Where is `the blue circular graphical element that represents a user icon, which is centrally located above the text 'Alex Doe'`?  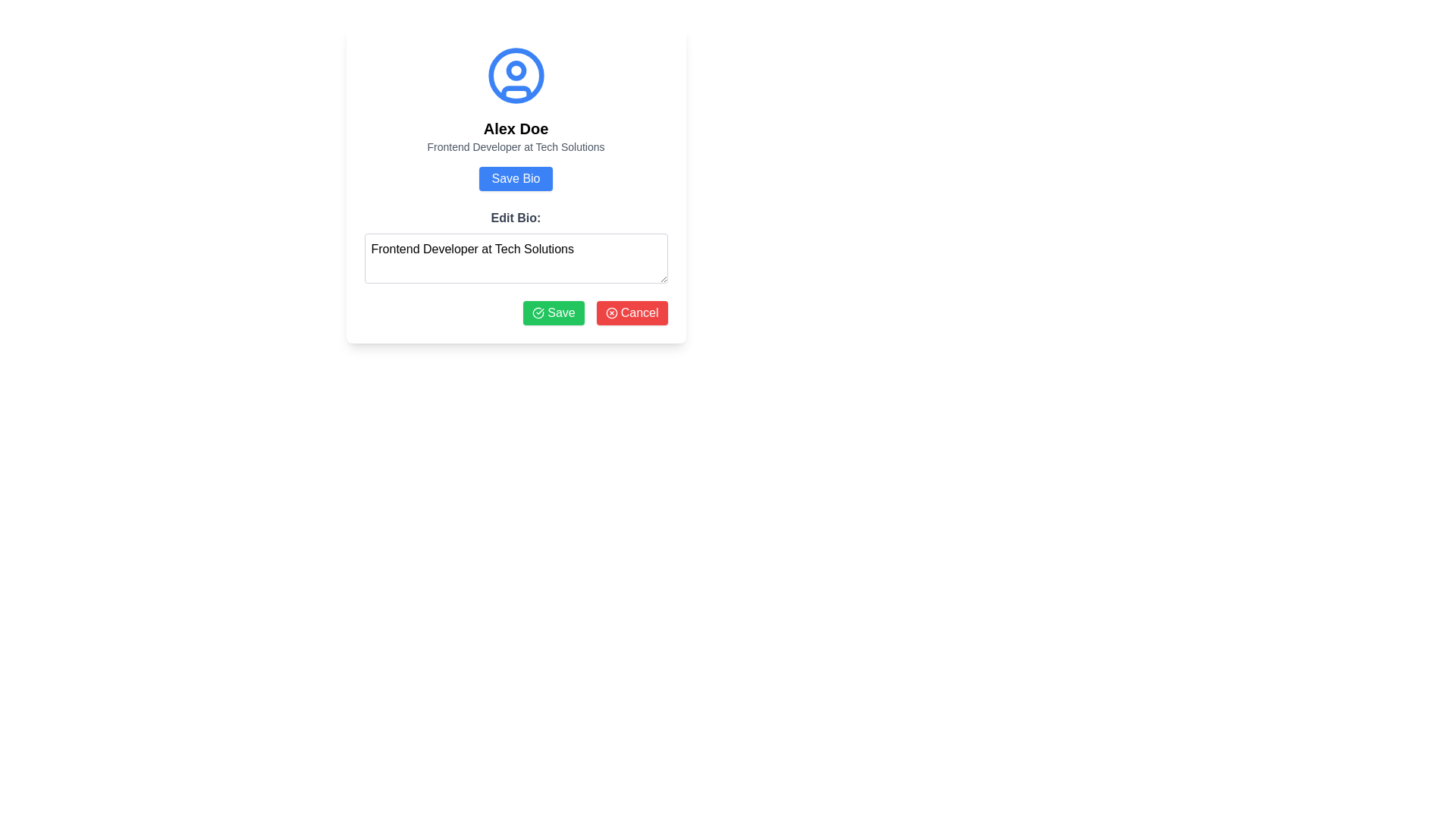
the blue circular graphical element that represents a user icon, which is centrally located above the text 'Alex Doe' is located at coordinates (516, 76).